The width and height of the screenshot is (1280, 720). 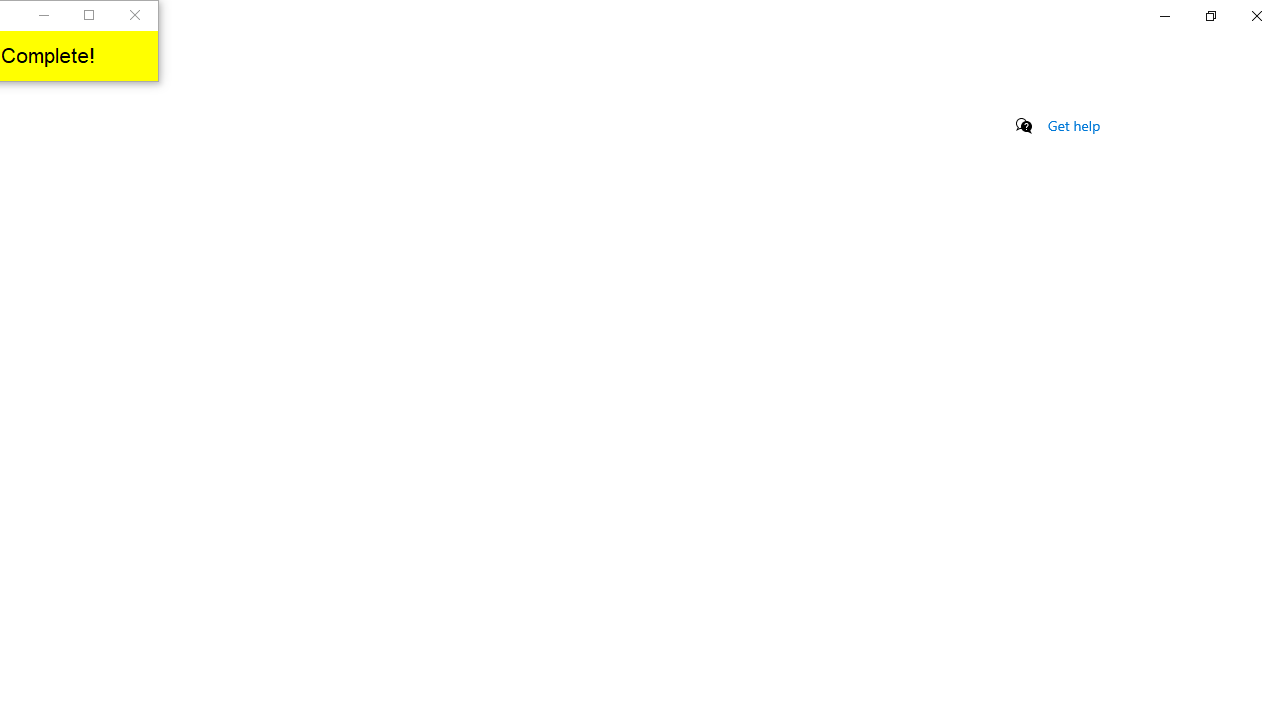 What do you see at coordinates (1073, 125) in the screenshot?
I see `'Get help'` at bounding box center [1073, 125].